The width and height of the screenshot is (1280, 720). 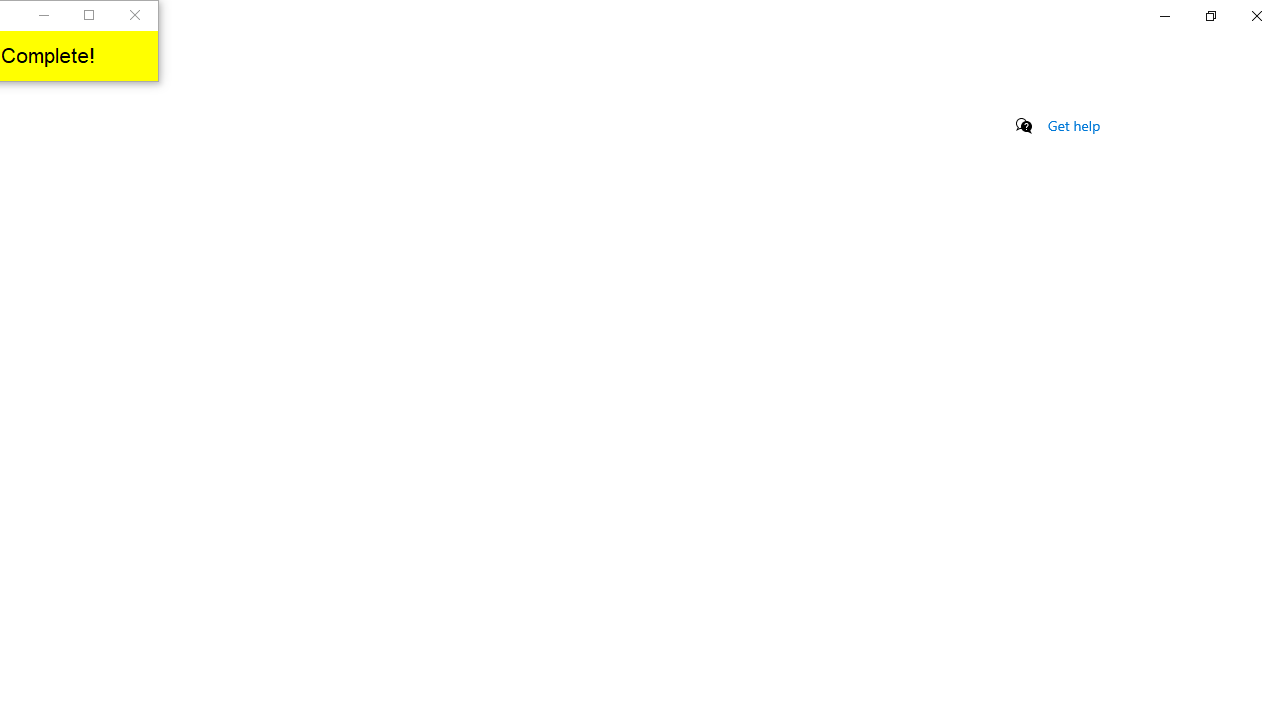 What do you see at coordinates (1073, 125) in the screenshot?
I see `'Get help'` at bounding box center [1073, 125].